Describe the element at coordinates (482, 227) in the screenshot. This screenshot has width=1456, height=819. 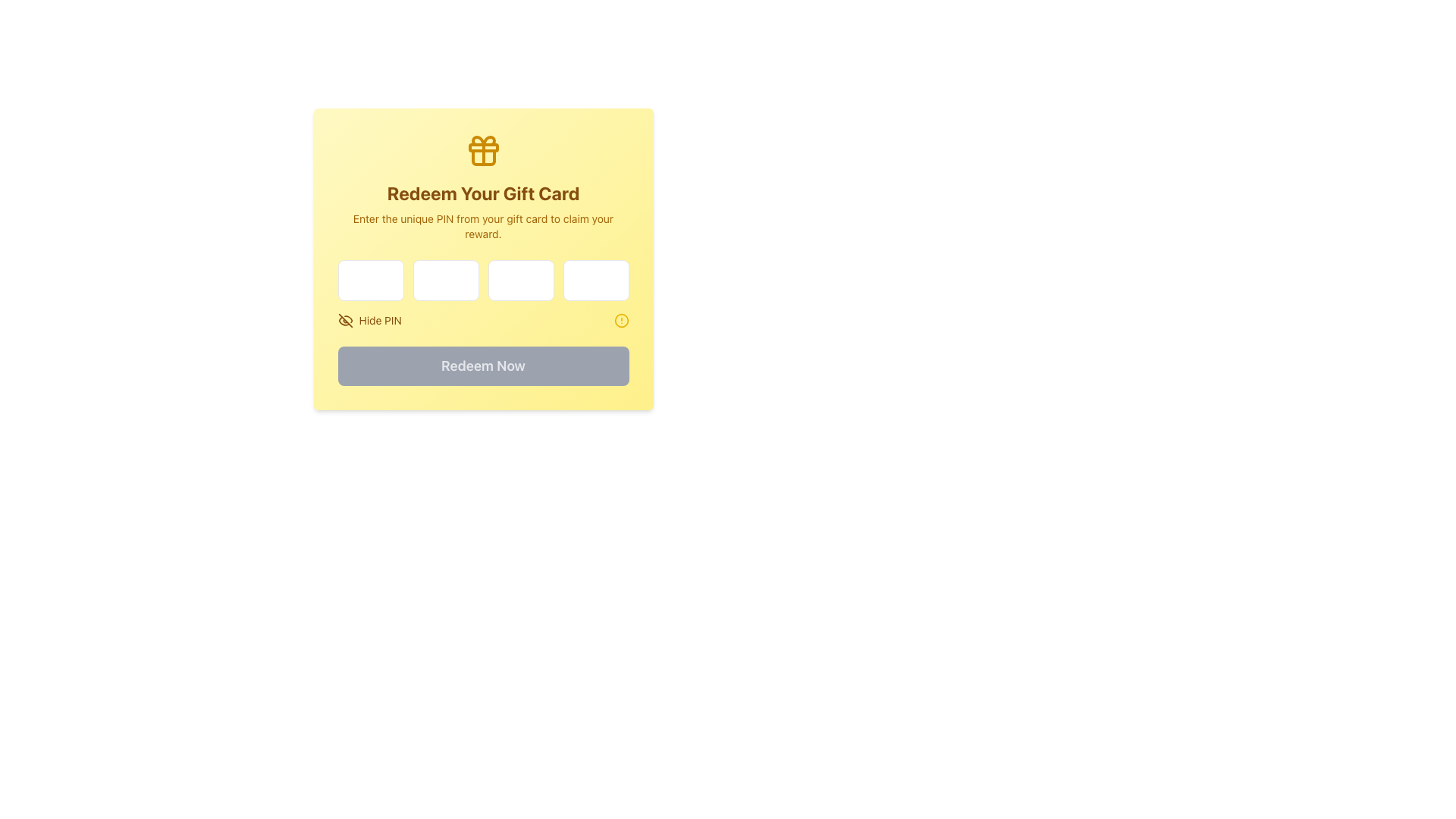
I see `the text label that reads 'Enter the unique PIN from your gift card to claim your reward.', which is styled in a small yellowish-brown font and positioned below the title 'Redeem Your Gift Card'` at that location.